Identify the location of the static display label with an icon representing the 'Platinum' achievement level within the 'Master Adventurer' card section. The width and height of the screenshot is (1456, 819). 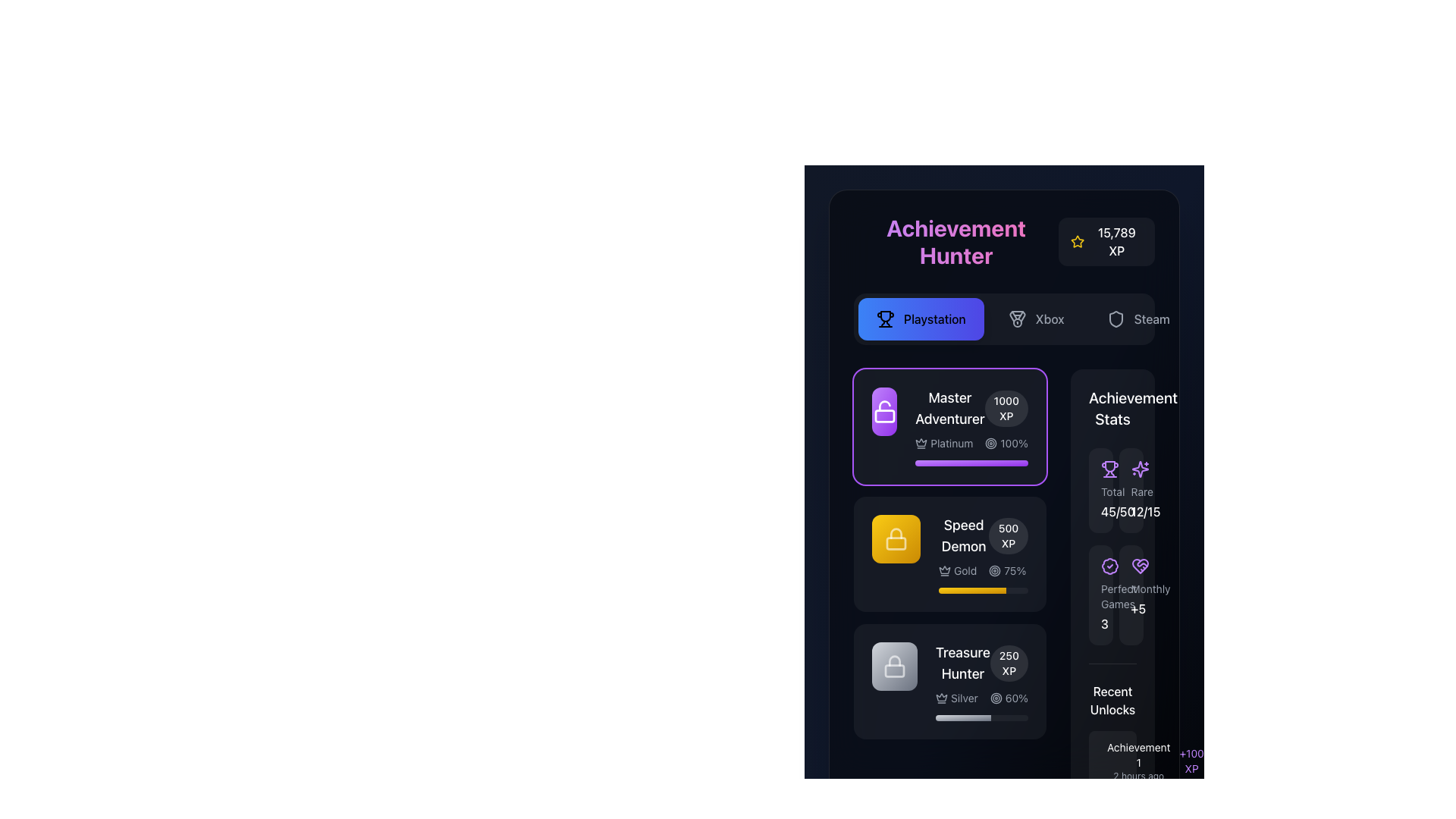
(943, 444).